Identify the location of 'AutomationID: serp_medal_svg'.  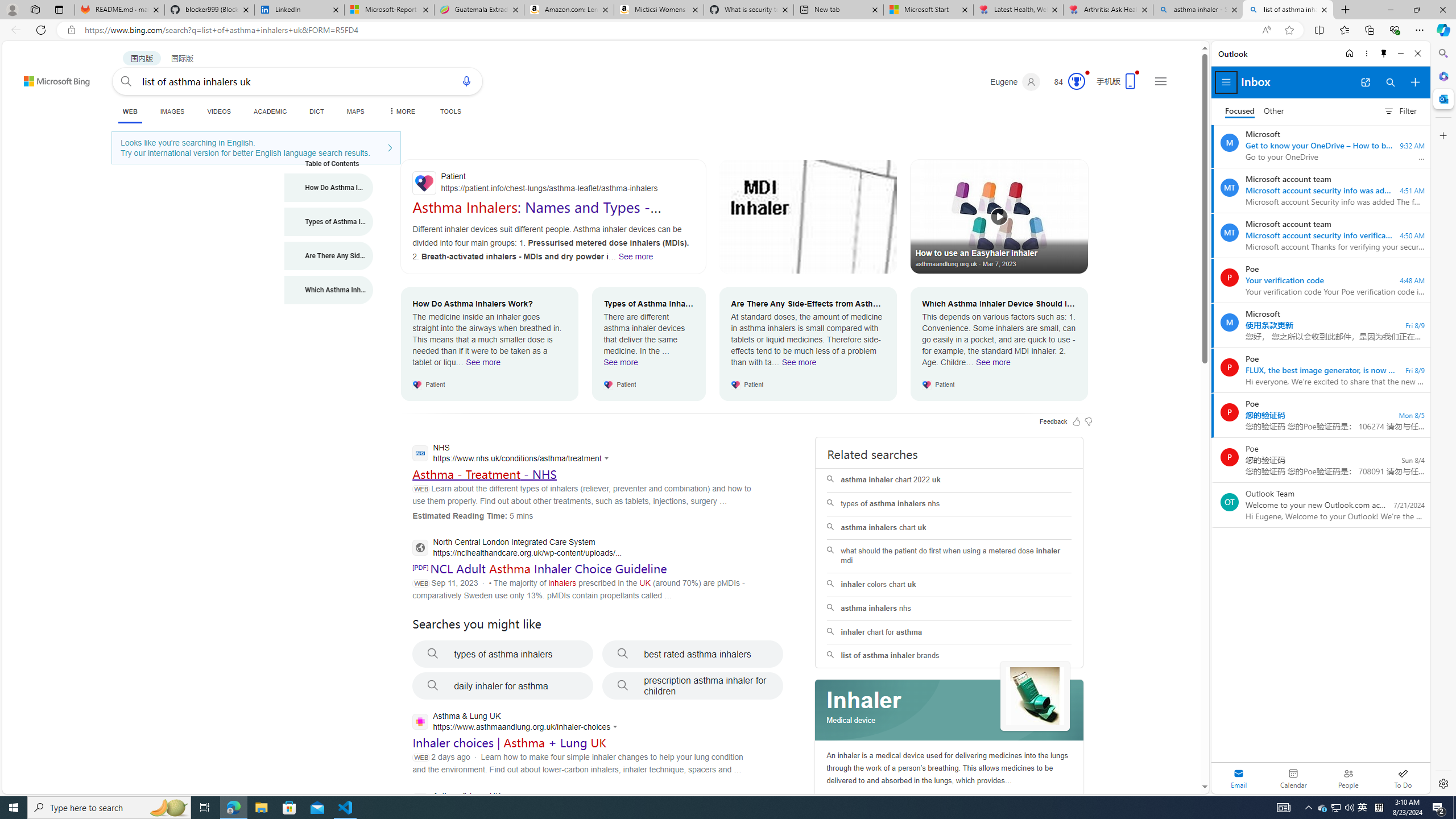
(1076, 80).